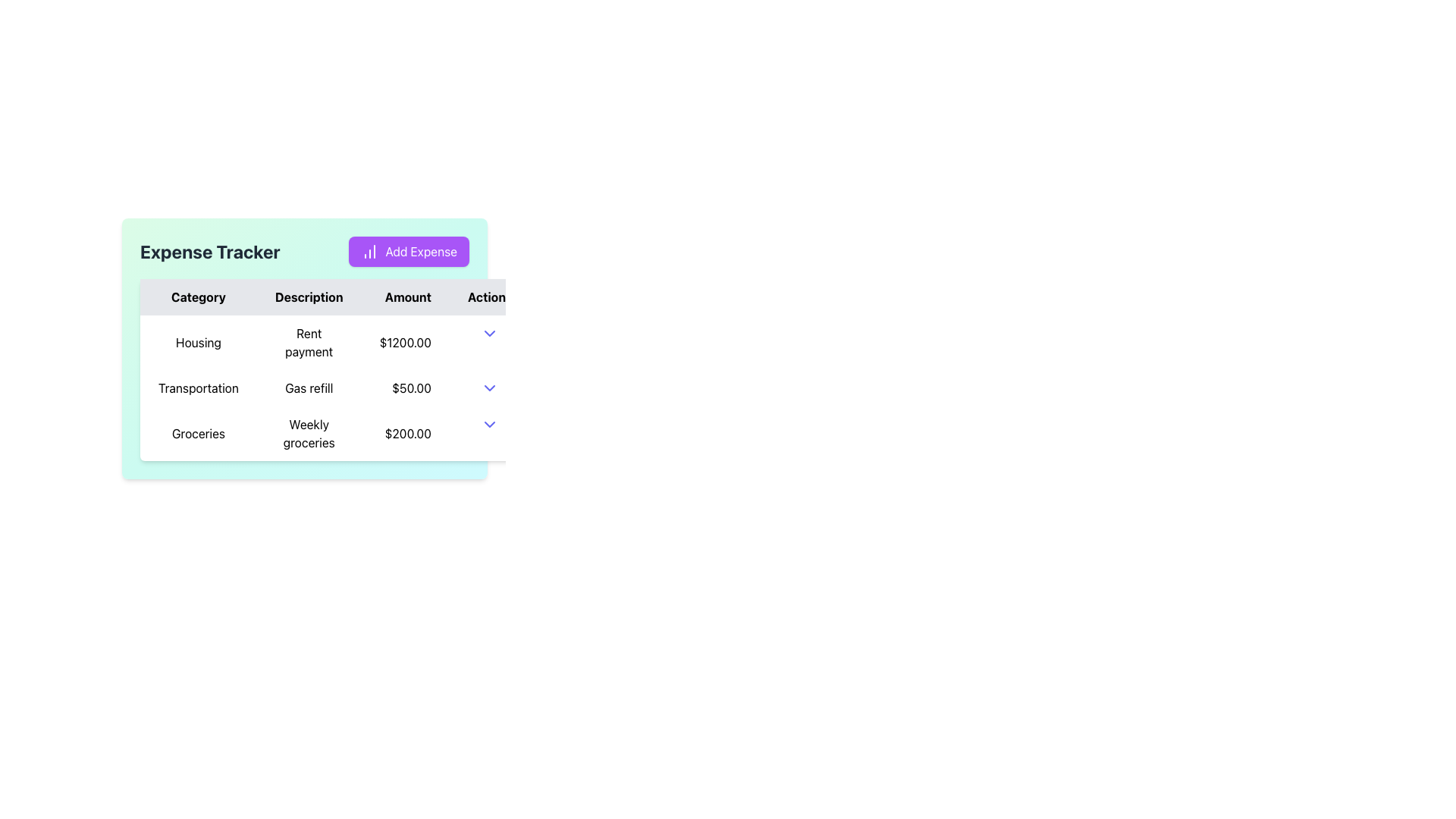 The image size is (1456, 819). What do you see at coordinates (308, 342) in the screenshot?
I see `the 'Rent payment' text label located in the second column of the table, which is under the 'Description' header` at bounding box center [308, 342].